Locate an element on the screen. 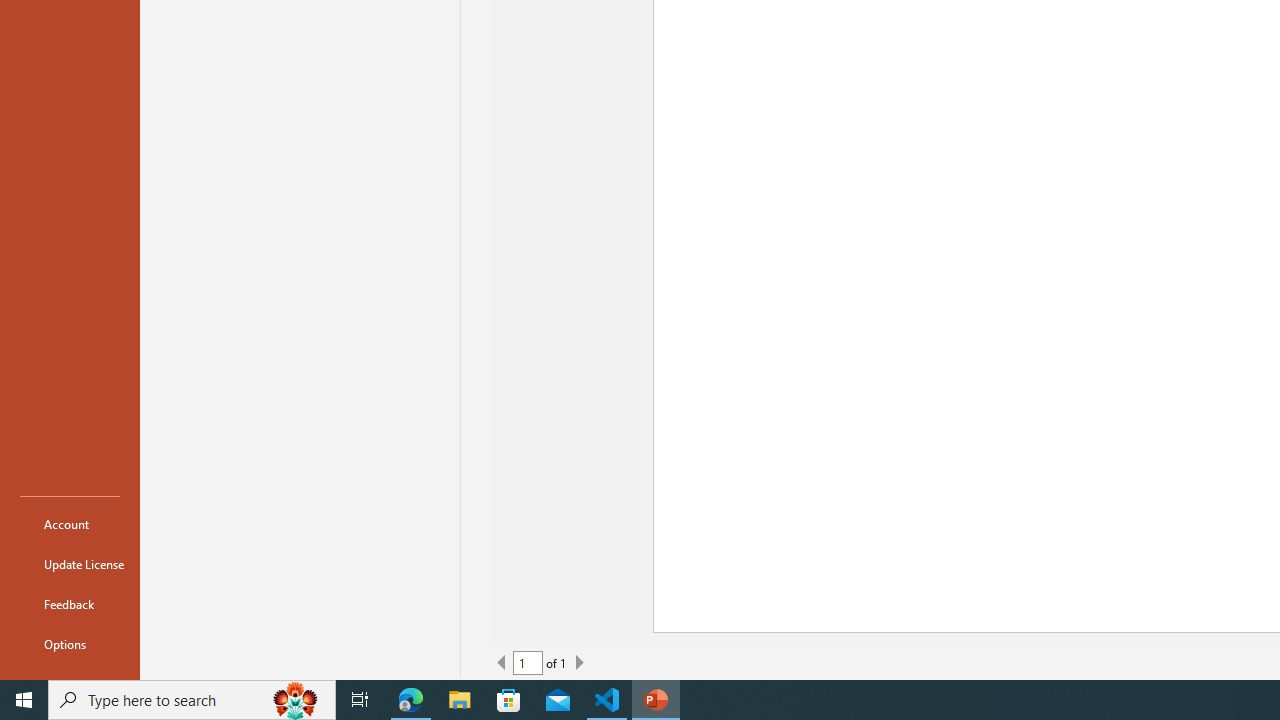 This screenshot has width=1280, height=720. 'Current Page' is located at coordinates (528, 663).